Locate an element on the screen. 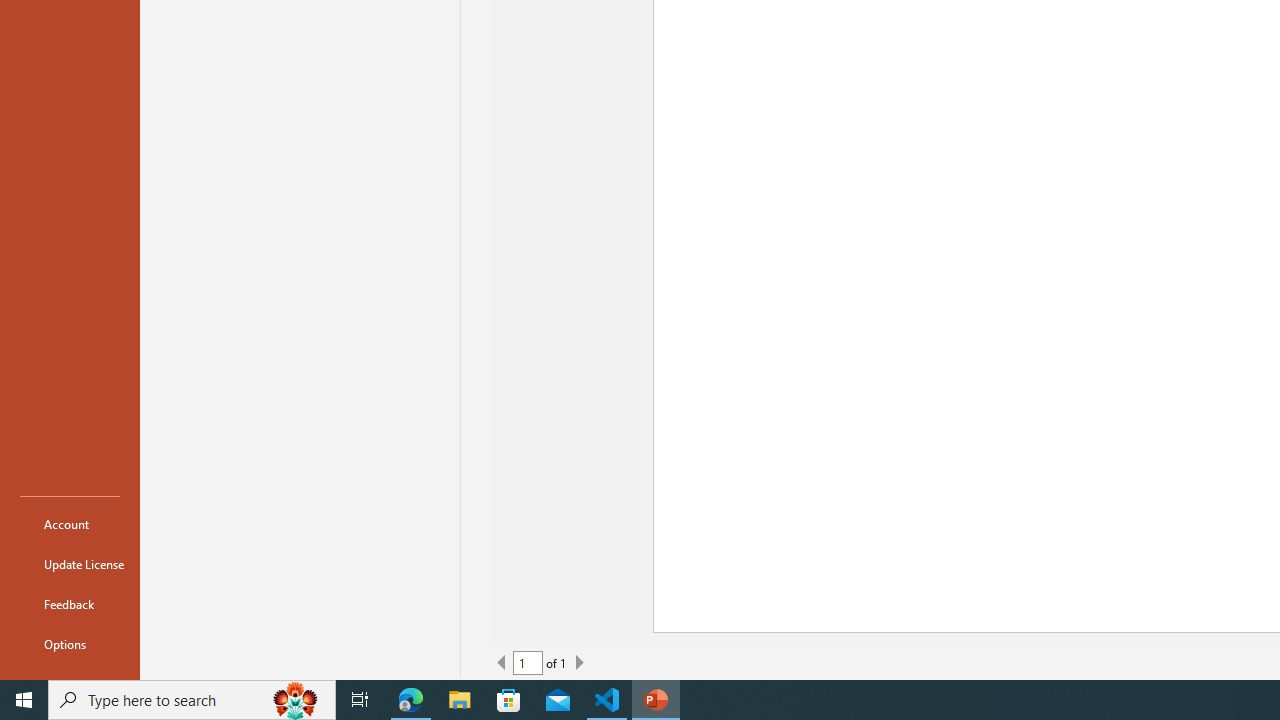 This screenshot has width=1280, height=720. 'Current Page' is located at coordinates (528, 663).